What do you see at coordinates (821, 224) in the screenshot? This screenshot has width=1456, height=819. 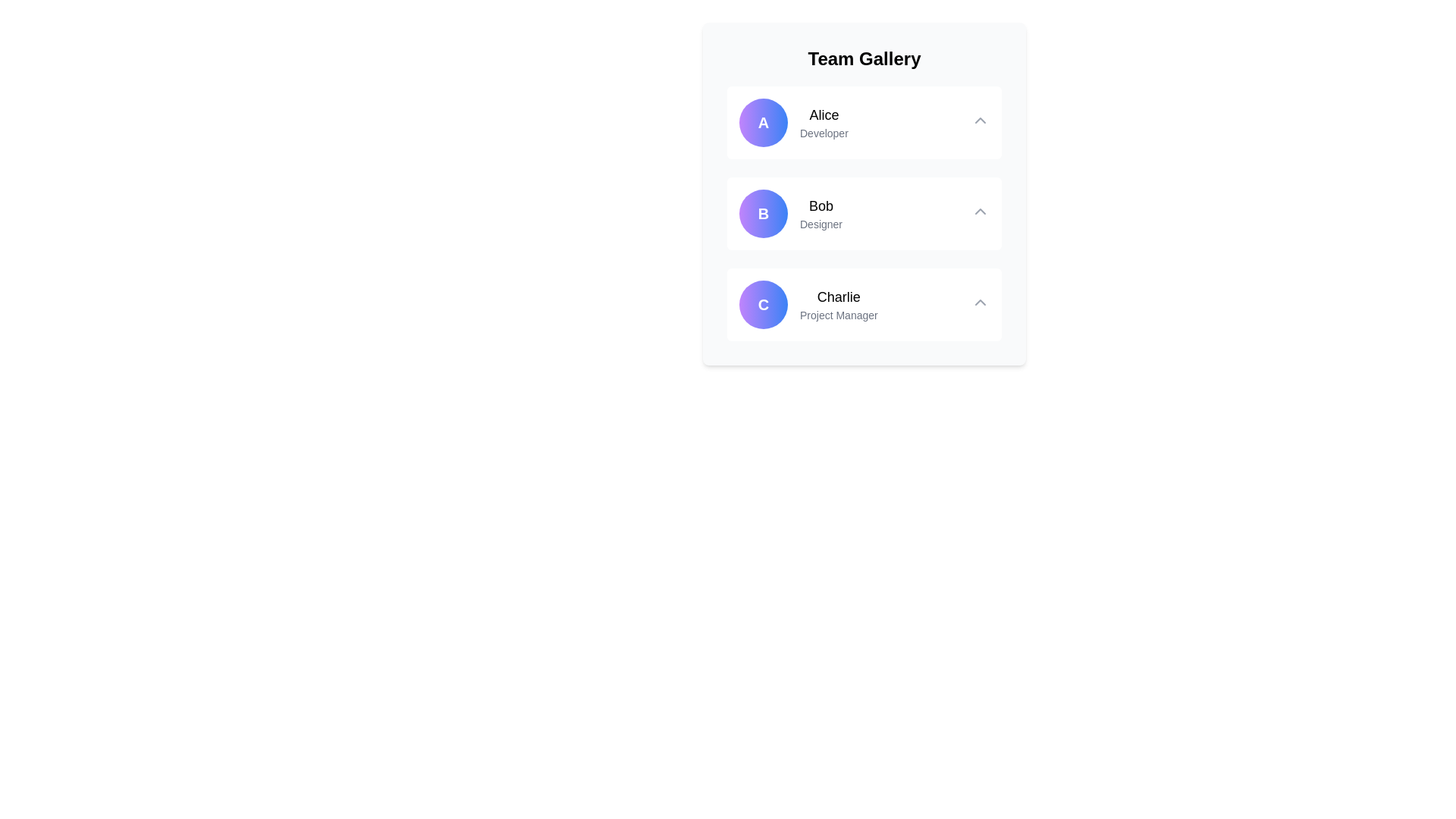 I see `the text label displaying 'Designer' in gray color, located below the 'Bob' title within the second card of the 'Team Gallery' section` at bounding box center [821, 224].